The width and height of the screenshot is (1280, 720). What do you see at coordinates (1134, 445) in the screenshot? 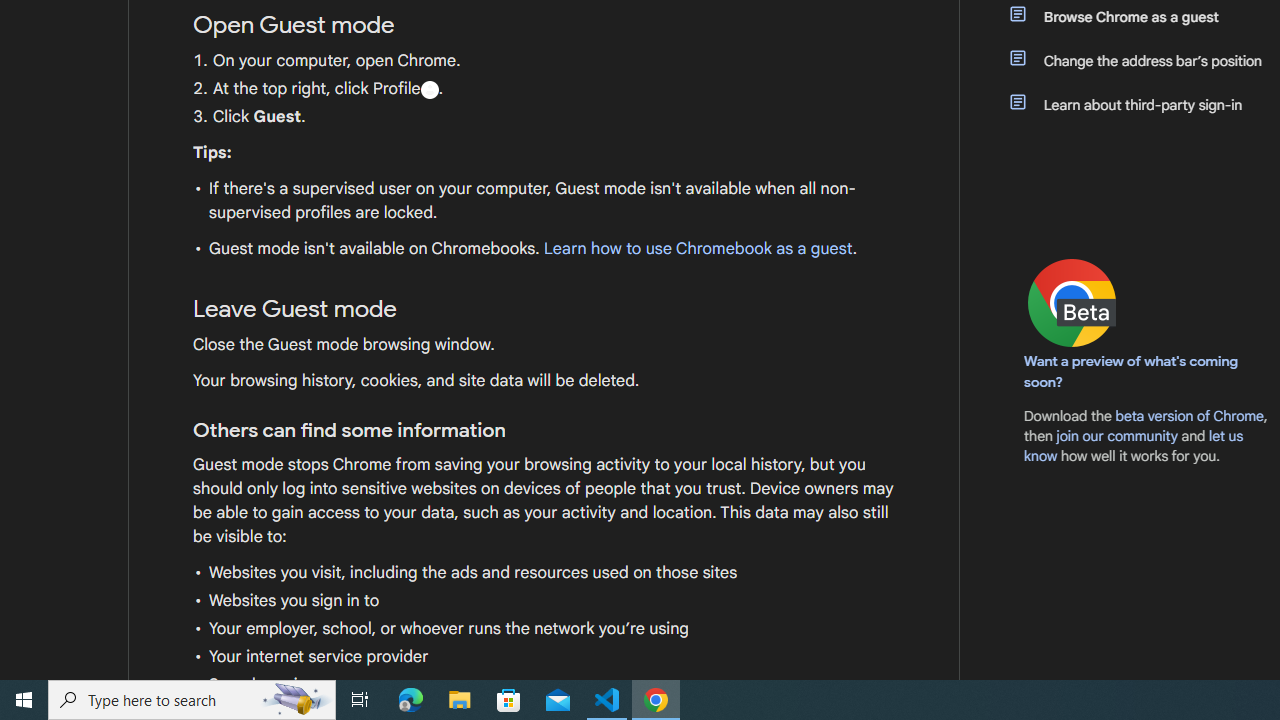
I see `'let us know'` at bounding box center [1134, 445].